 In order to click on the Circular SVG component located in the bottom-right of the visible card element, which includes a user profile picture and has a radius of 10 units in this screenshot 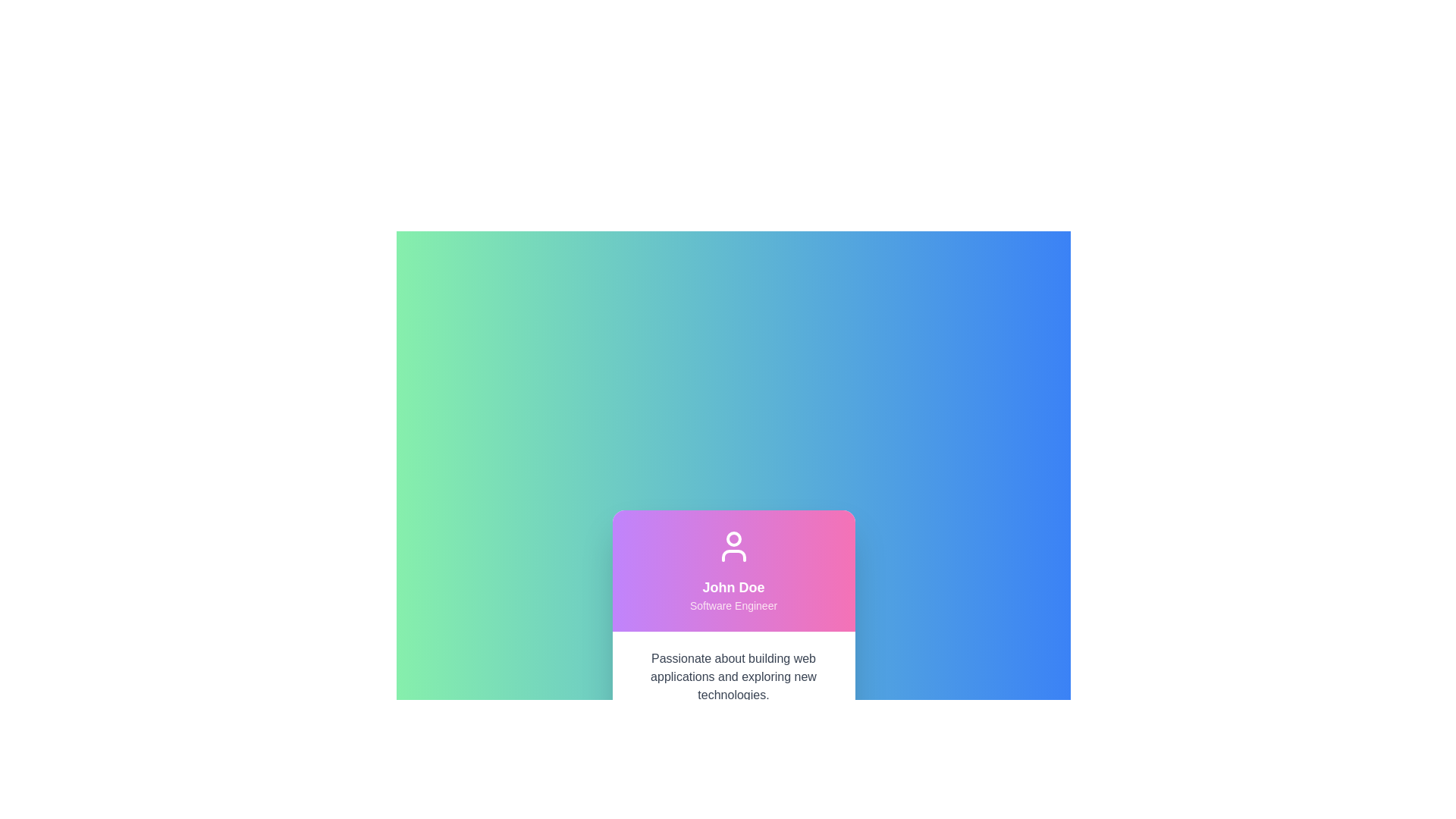, I will do `click(827, 736)`.